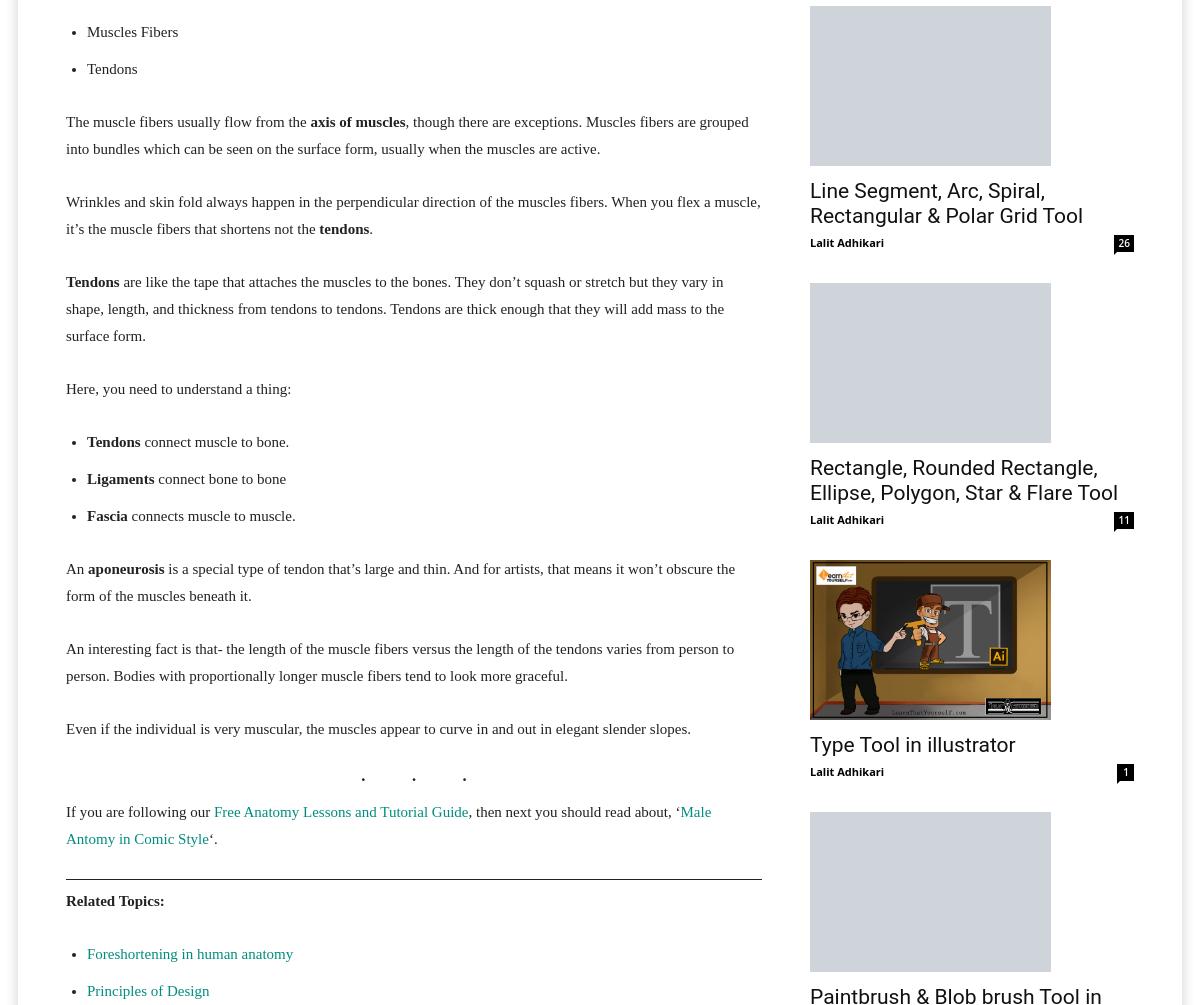 Image resolution: width=1200 pixels, height=1005 pixels. What do you see at coordinates (1124, 772) in the screenshot?
I see `'1'` at bounding box center [1124, 772].